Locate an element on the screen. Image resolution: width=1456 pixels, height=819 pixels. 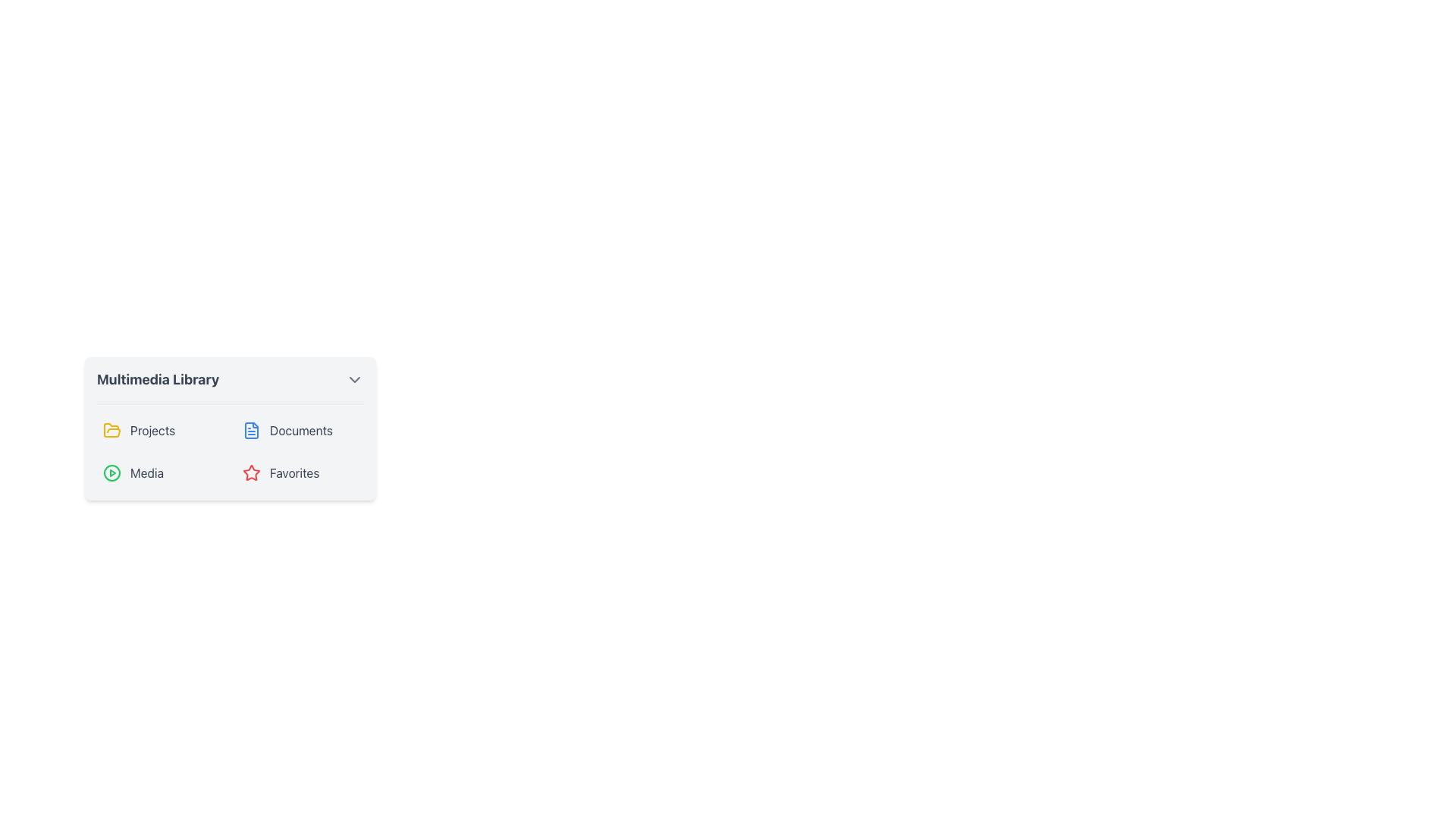
the Static Text Label containing the word 'Documents', which is the second item in the list under the 'Multimedia Library' header, positioned to the right of a blue document icon is located at coordinates (301, 430).